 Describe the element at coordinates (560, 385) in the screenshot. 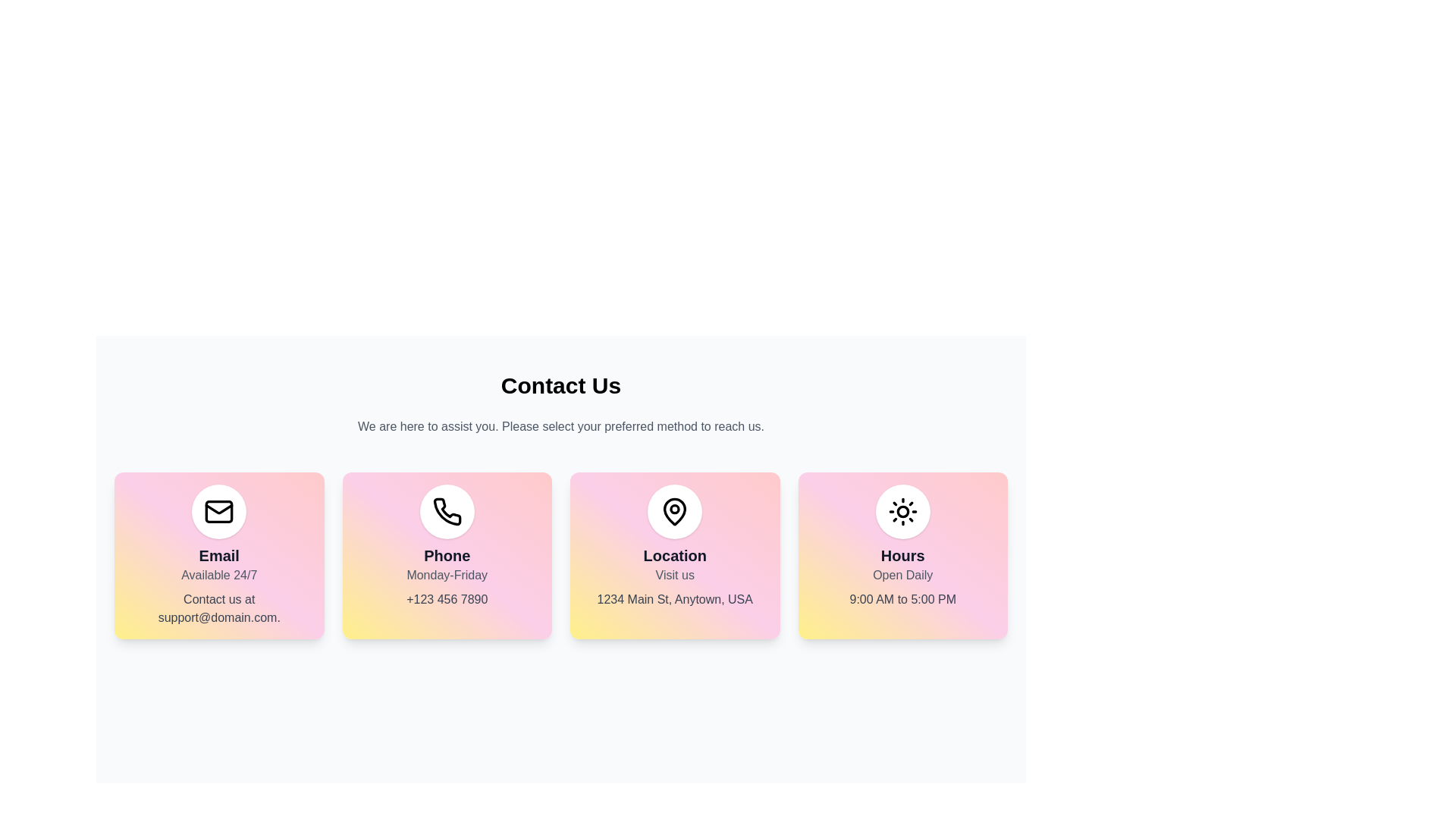

I see `the 'Contact Us' text heading, which is displayed in bold, large font and is centered above other content sections` at that location.